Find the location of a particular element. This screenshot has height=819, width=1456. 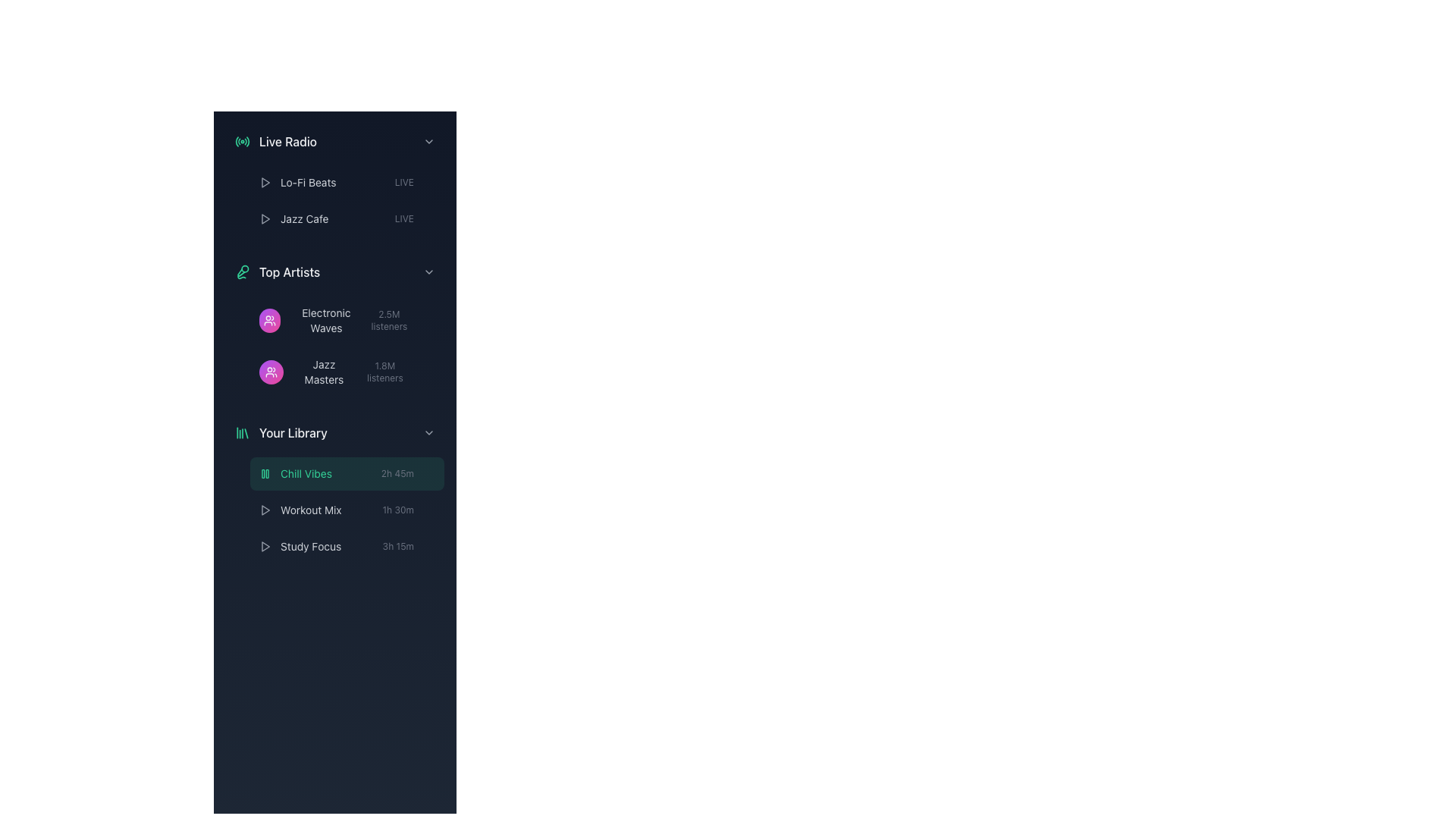

the navigational button that leads to a detailed view of top artists, located below the 'Live Radio' section and above the 'Electronic Waves' entry in the 'Top Artists' segment is located at coordinates (278, 271).